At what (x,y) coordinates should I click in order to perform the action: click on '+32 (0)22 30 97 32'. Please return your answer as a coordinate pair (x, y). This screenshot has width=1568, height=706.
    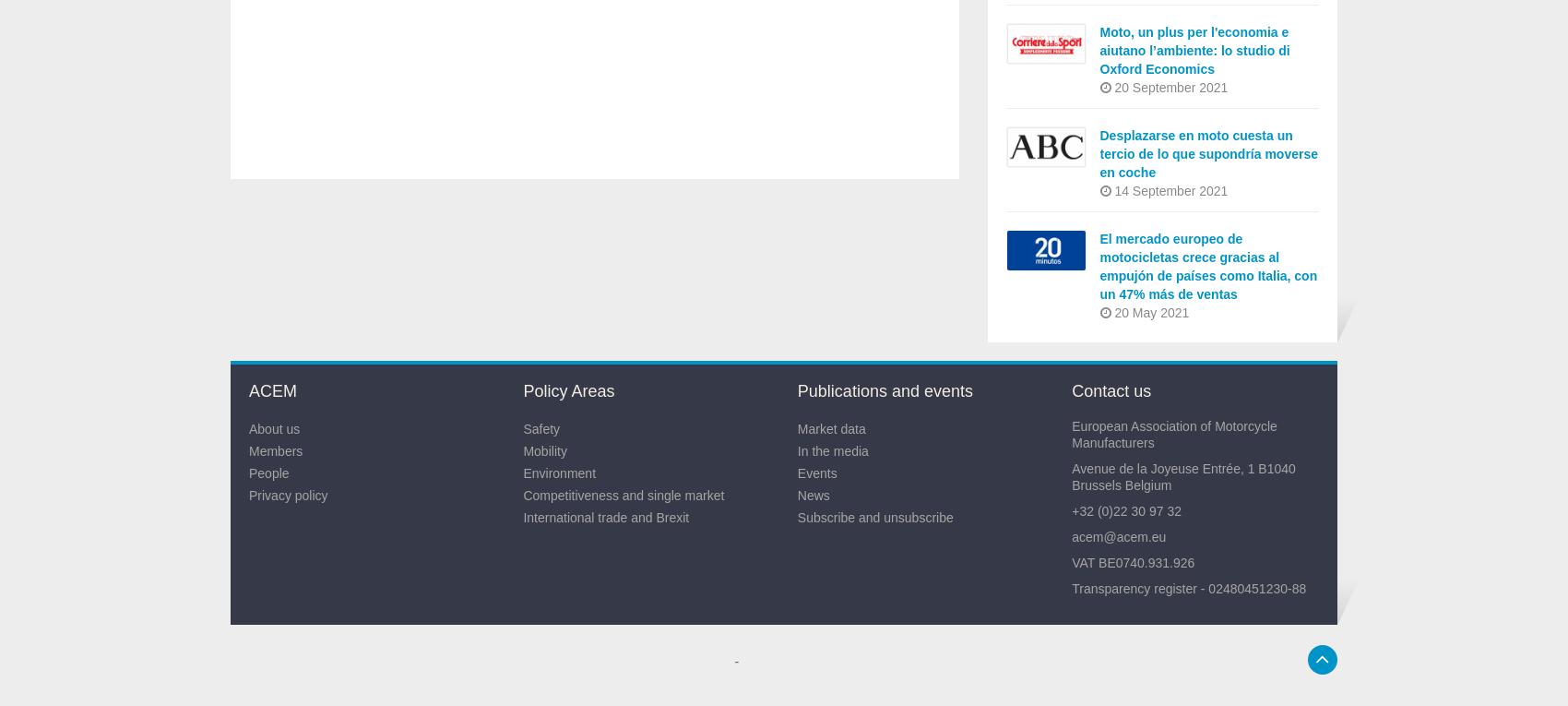
    Looking at the image, I should click on (1124, 511).